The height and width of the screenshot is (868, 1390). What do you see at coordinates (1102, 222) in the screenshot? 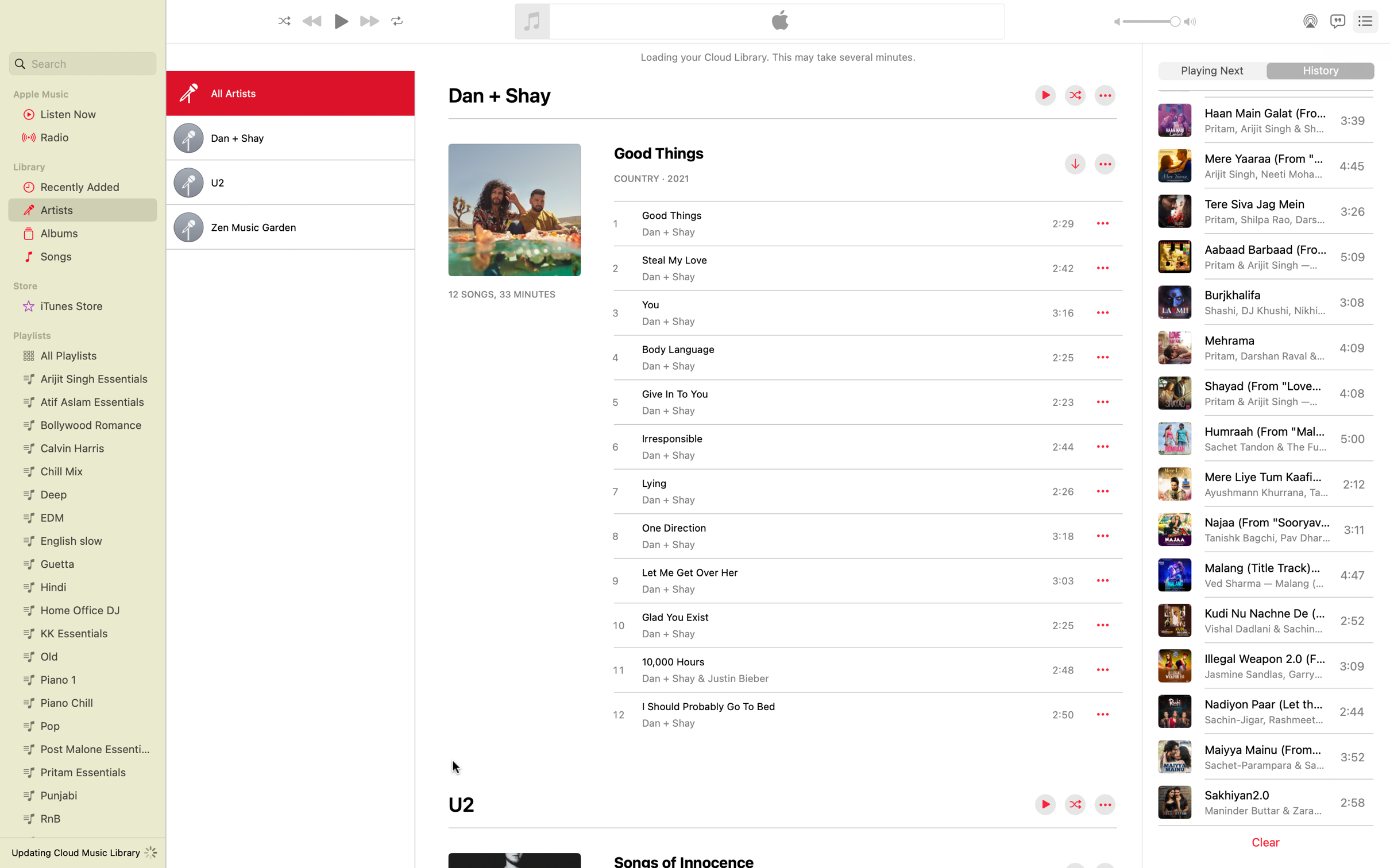
I see `the additional settings for the song "Good Things` at bounding box center [1102, 222].